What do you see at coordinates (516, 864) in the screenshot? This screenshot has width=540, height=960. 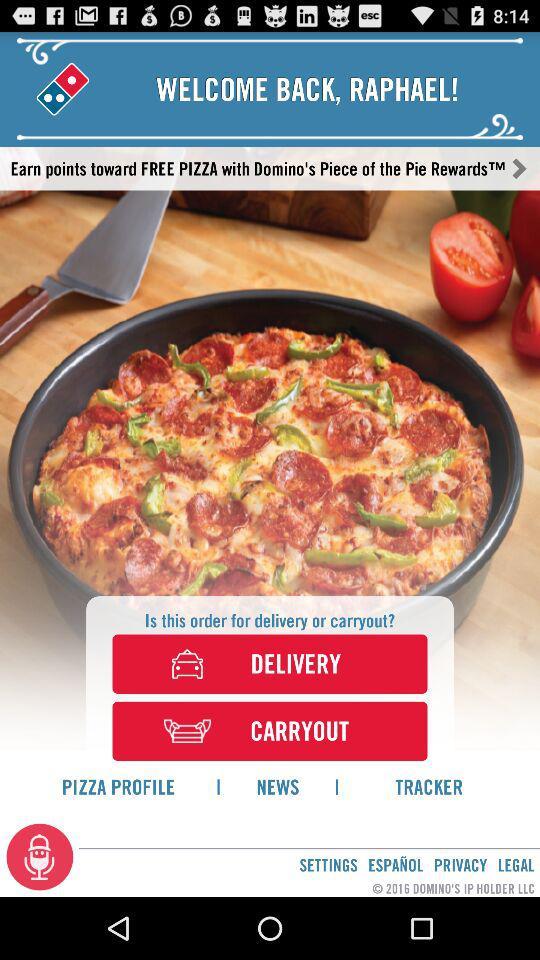 I see `app to the right of privacy item` at bounding box center [516, 864].